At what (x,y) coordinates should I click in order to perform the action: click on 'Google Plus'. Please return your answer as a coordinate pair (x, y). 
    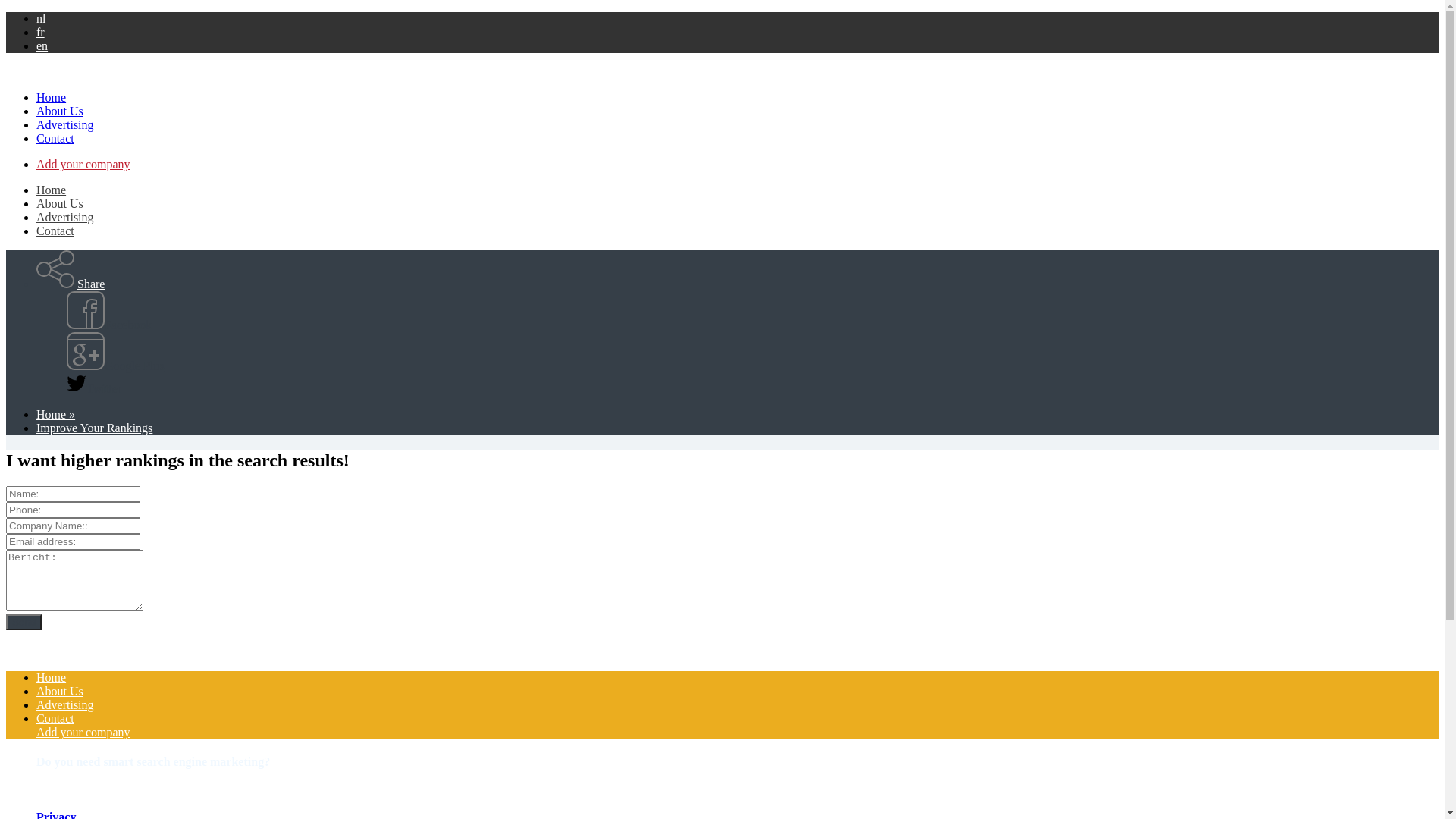
    Looking at the image, I should click on (115, 366).